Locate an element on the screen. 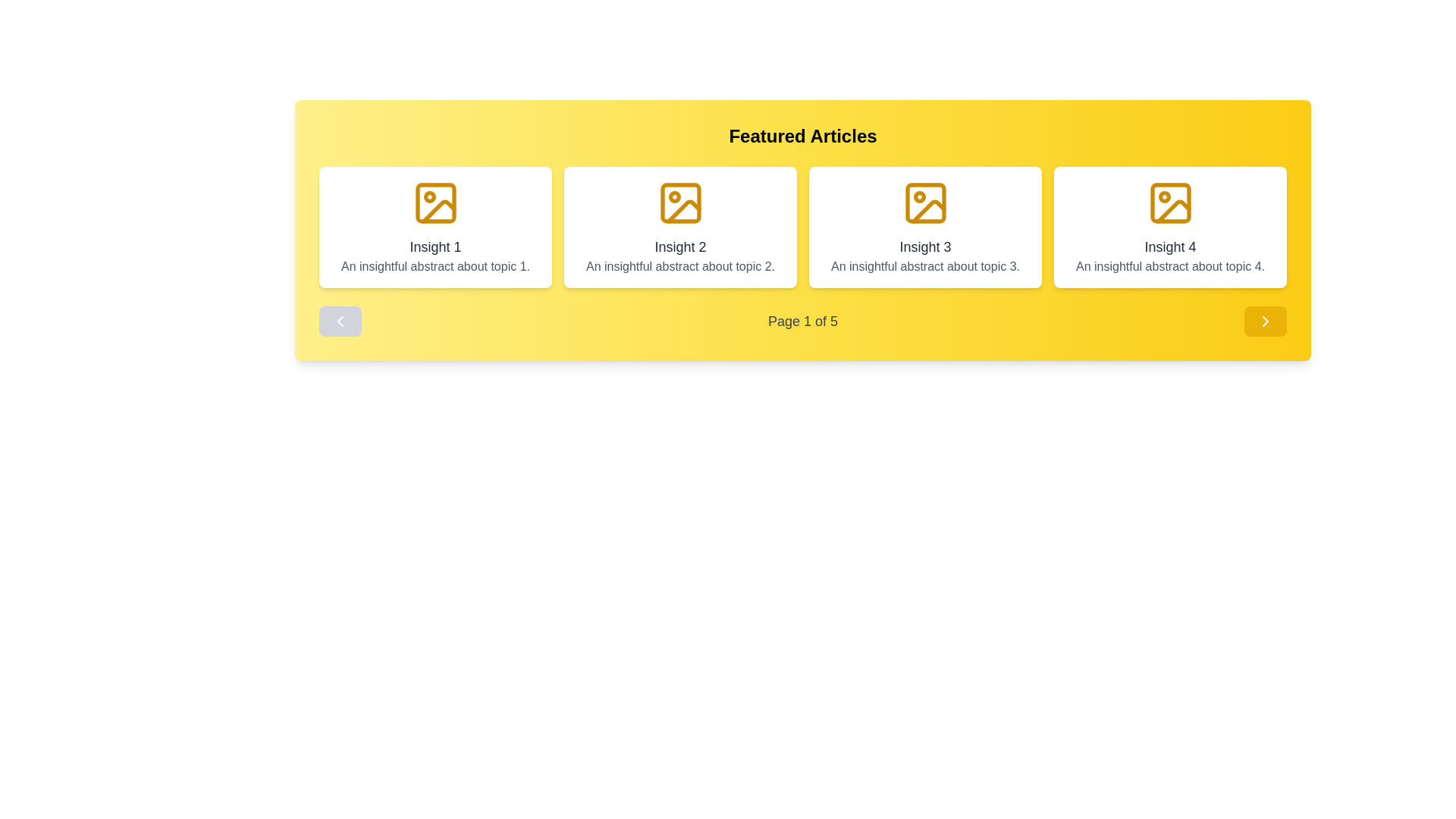 The height and width of the screenshot is (819, 1456). the thematic SVG icon representing the article titled 'Insight 4', located in the uppermost position of the fourth card in the 'Featured Articles' section is located at coordinates (1169, 202).